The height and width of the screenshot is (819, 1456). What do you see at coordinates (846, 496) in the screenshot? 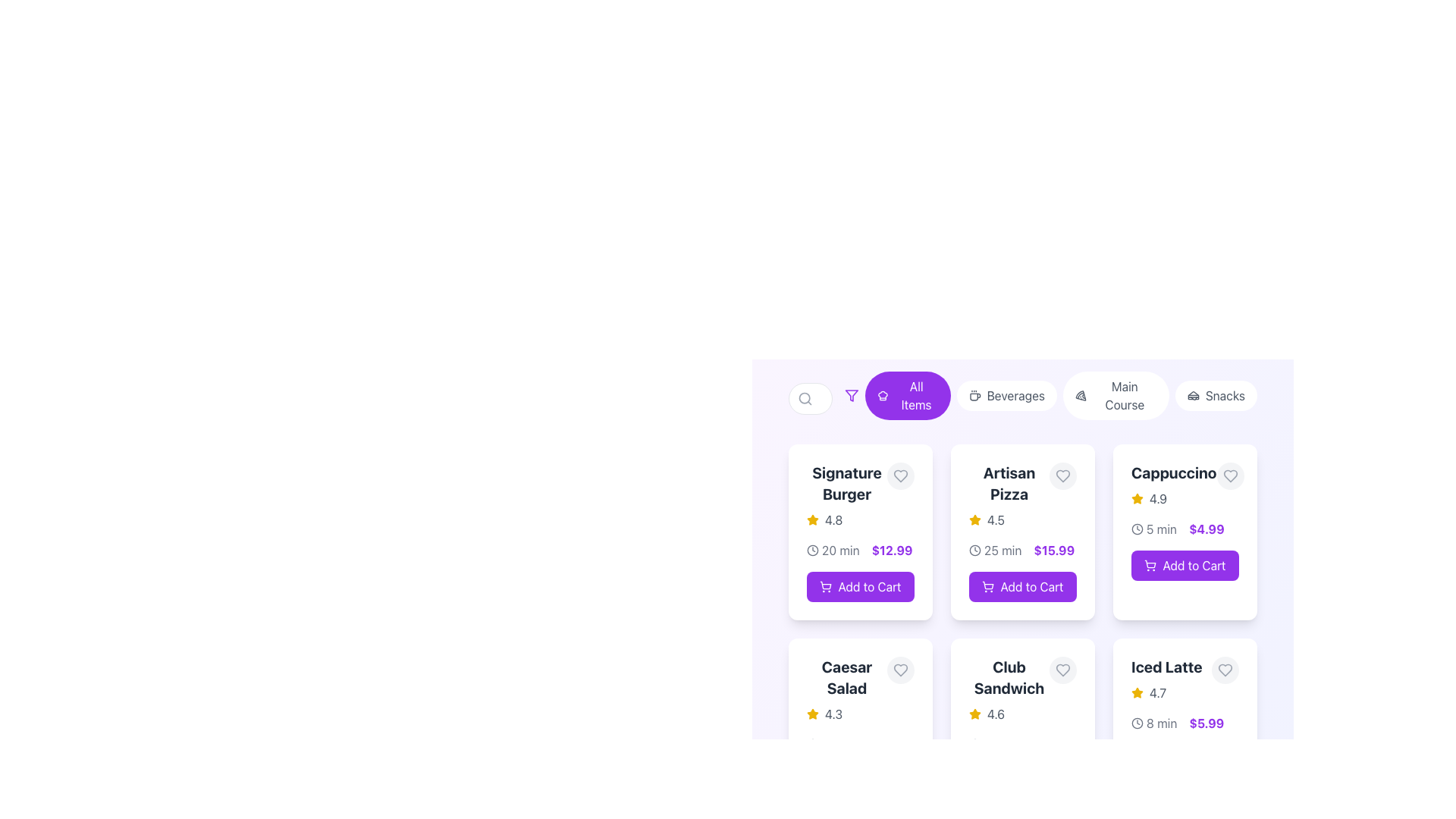
I see `the Text display with a rating indicator for the 'Signature Burger' located in the top-left corner of the grid layout in the menu, above the '20 min $12.99' text and adjacent to a heart icon` at bounding box center [846, 496].